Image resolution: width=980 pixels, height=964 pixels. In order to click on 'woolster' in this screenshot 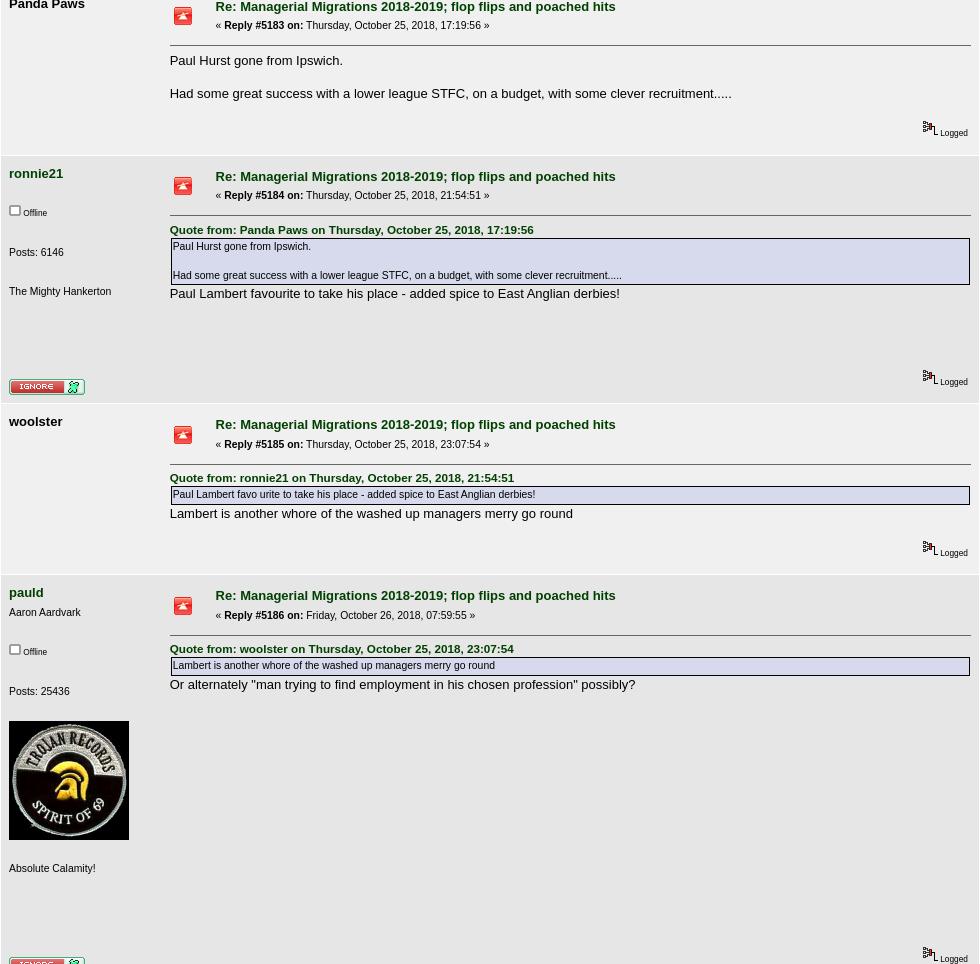, I will do `click(35, 420)`.